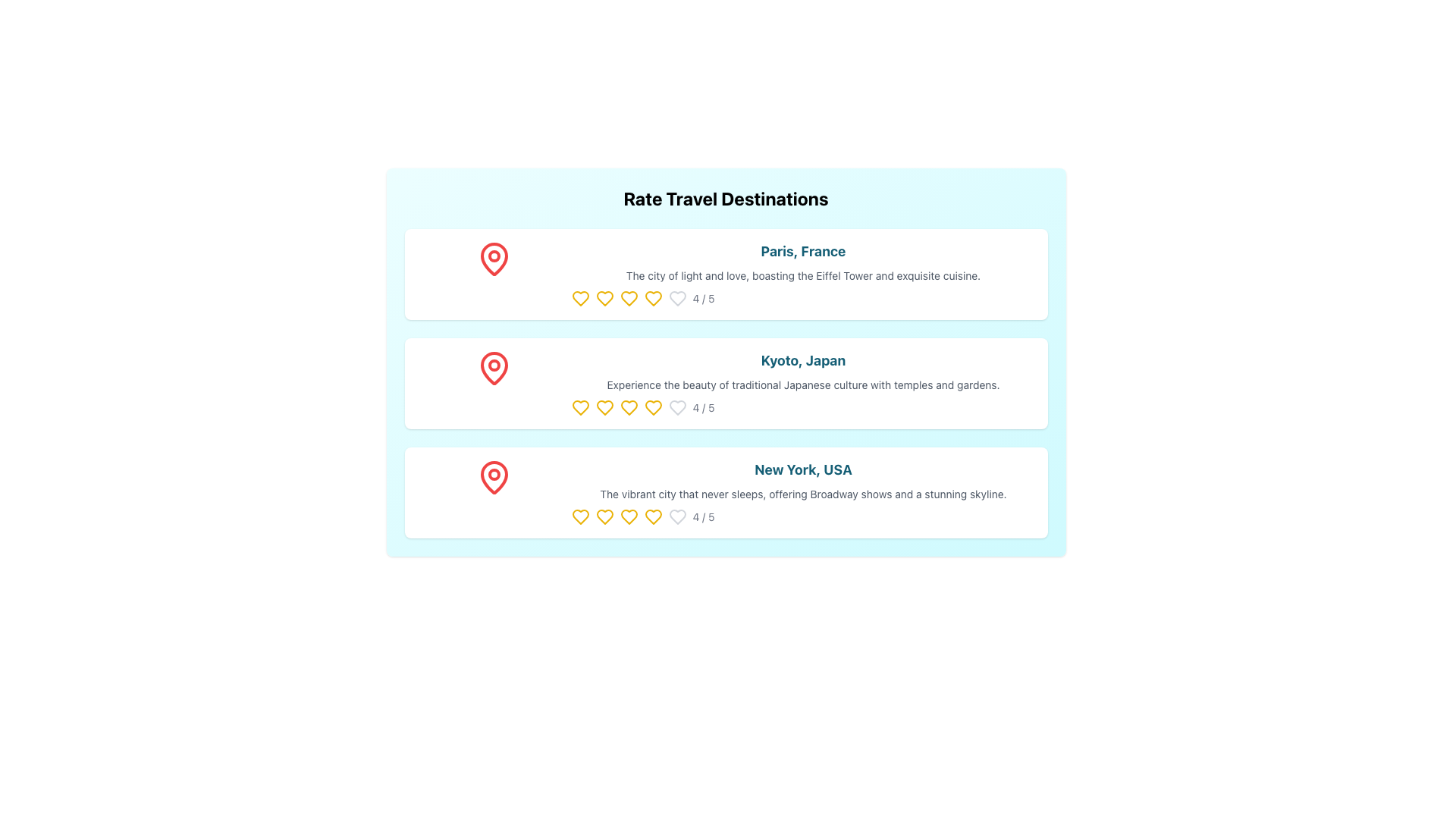  Describe the element at coordinates (494, 473) in the screenshot. I see `the small circular element within the map pin icon located near the text 'New York, USA'` at that location.